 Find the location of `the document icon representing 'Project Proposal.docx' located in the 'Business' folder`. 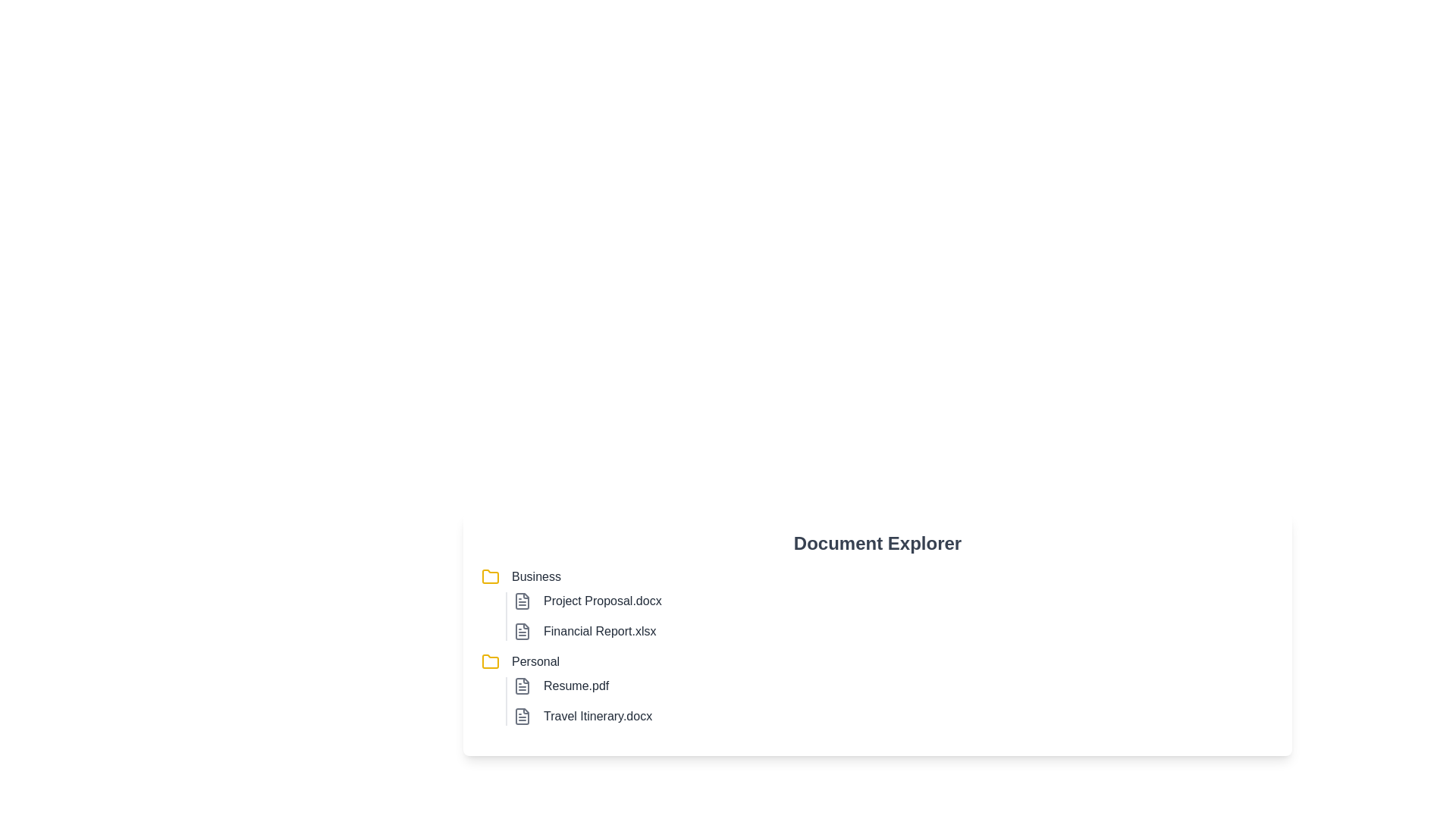

the document icon representing 'Project Proposal.docx' located in the 'Business' folder is located at coordinates (522, 601).